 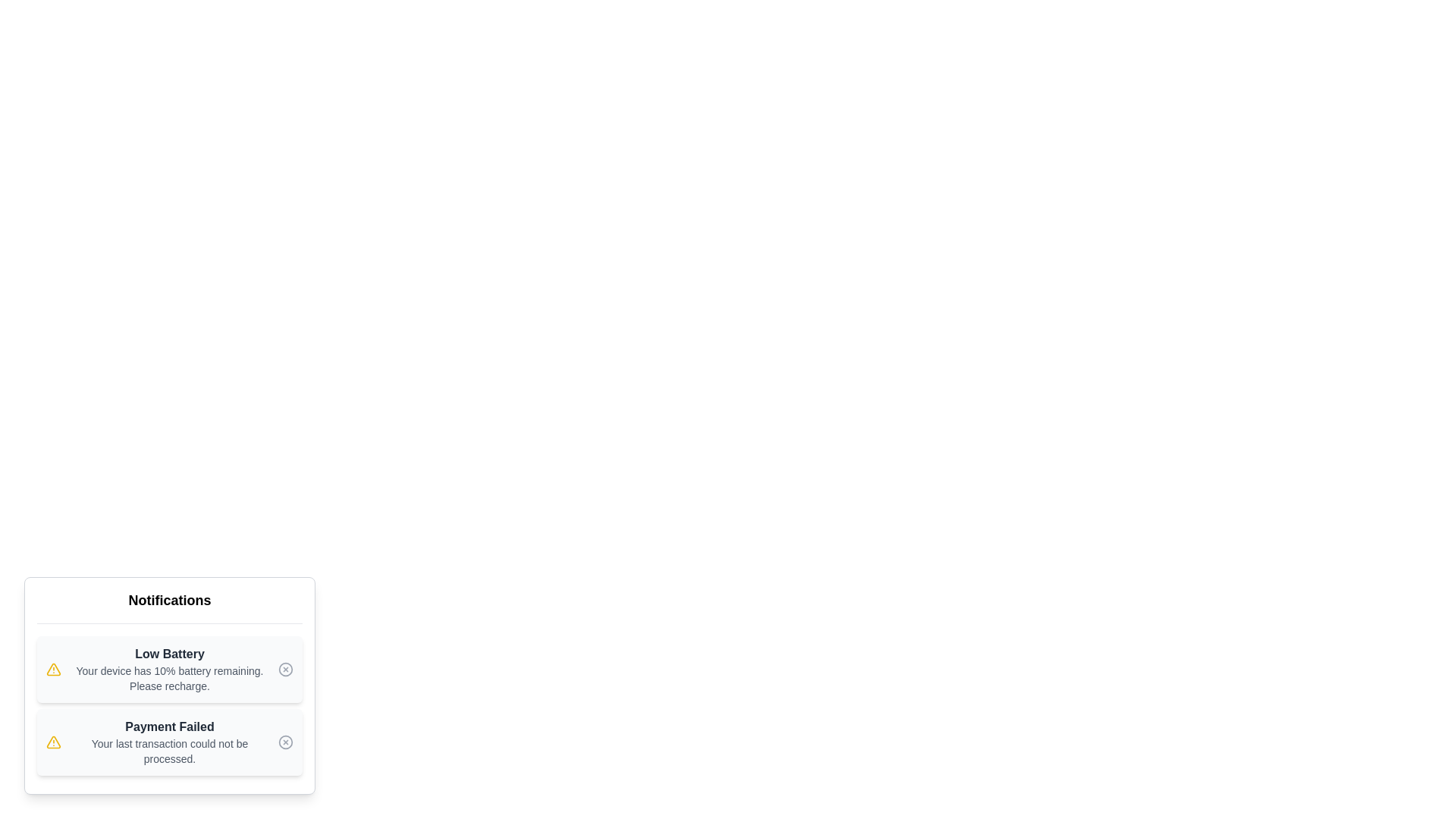 I want to click on message from the notification box titled 'Low Battery' which contains the text 'Your device has 10% battery remaining. Please recharge.', so click(x=170, y=669).